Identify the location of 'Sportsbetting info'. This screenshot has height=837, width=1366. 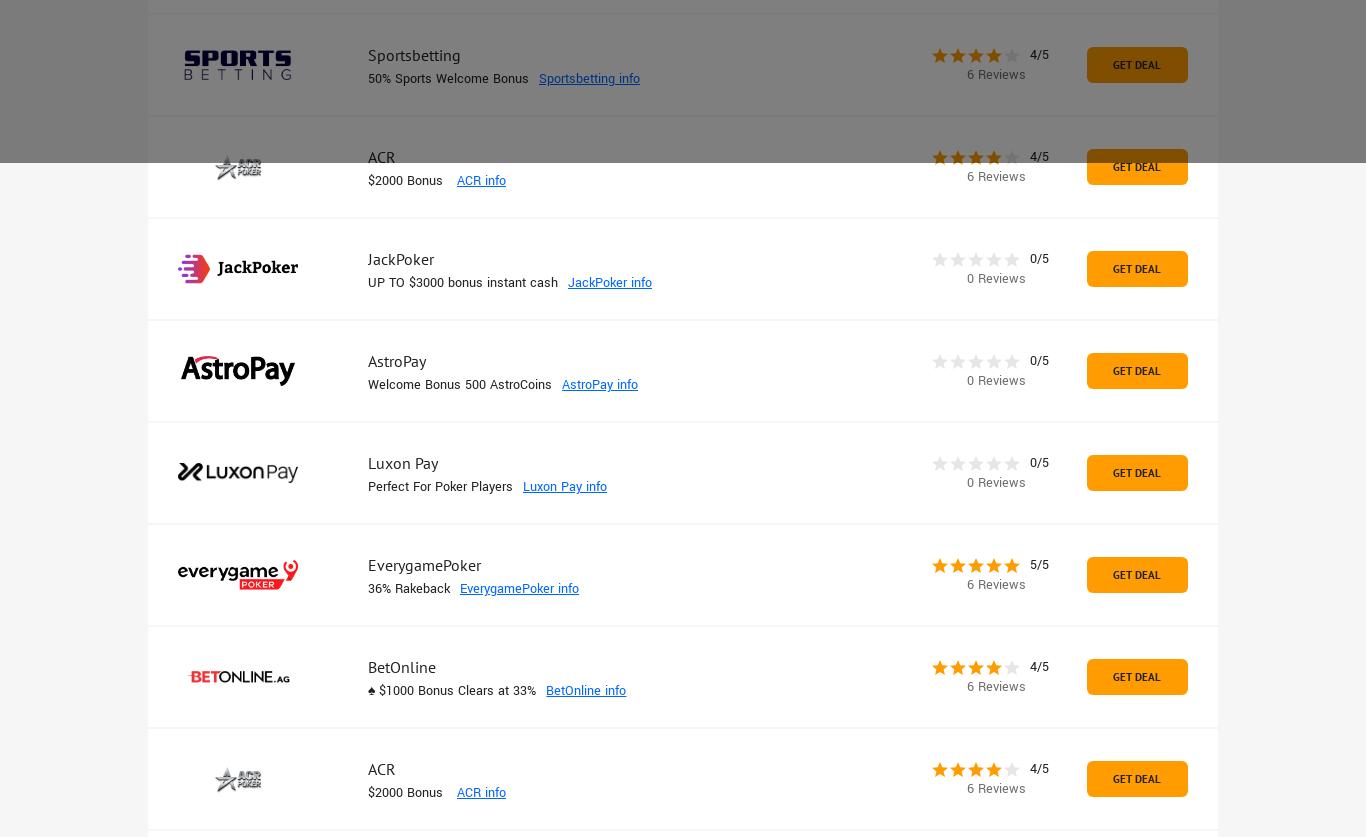
(588, 79).